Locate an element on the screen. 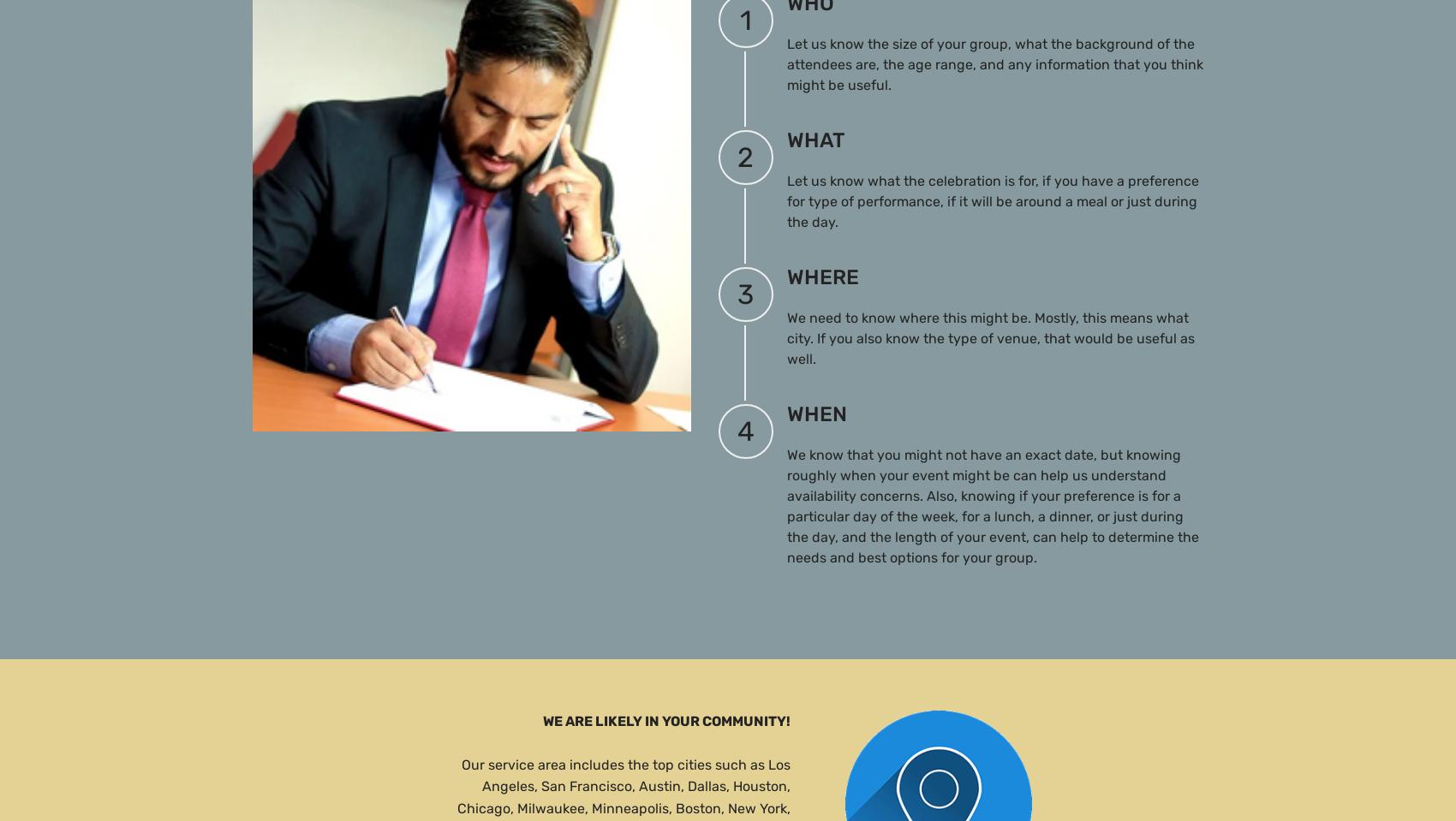  '3' is located at coordinates (745, 293).